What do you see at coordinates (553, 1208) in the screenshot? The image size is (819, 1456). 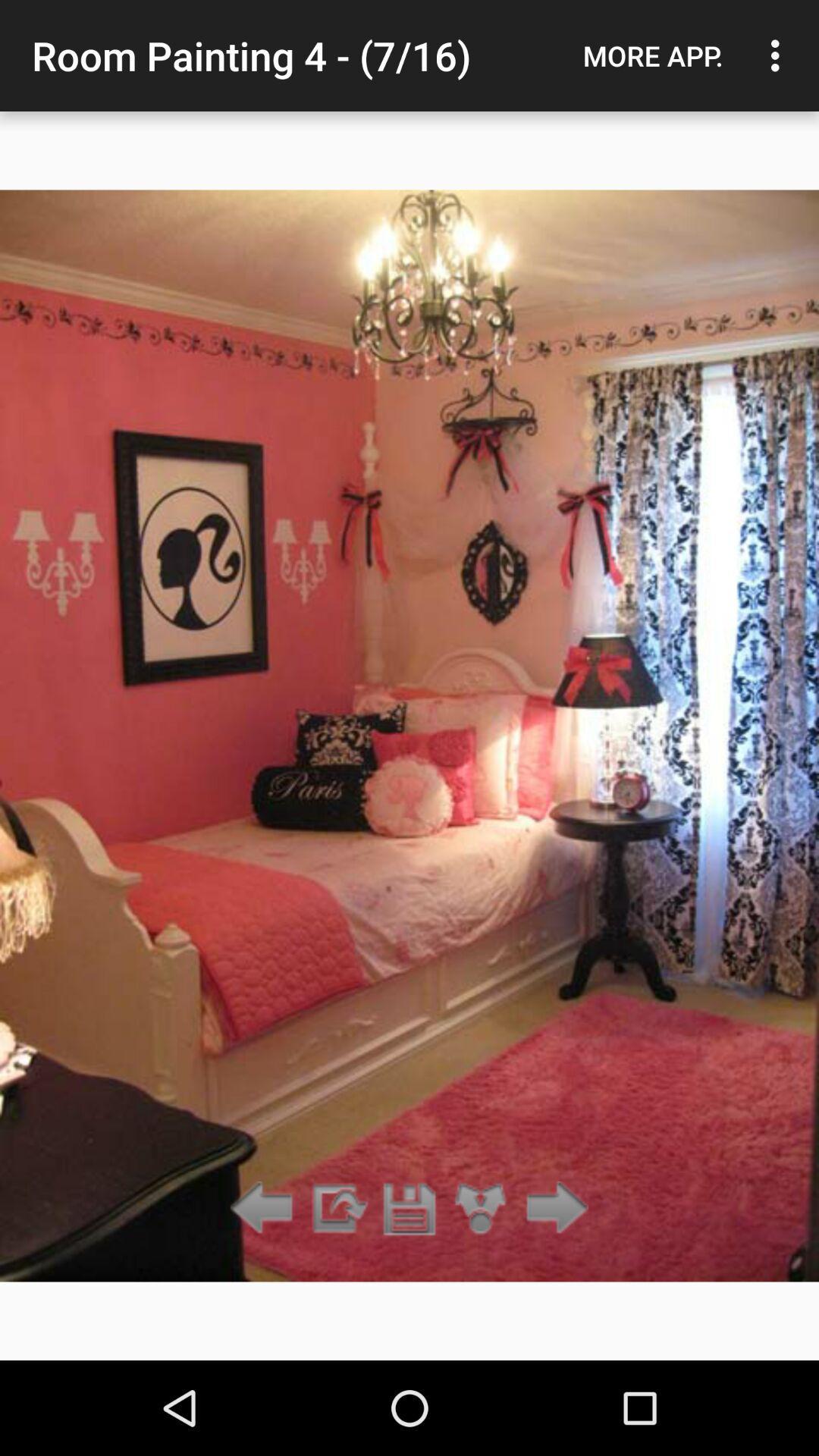 I see `next picture` at bounding box center [553, 1208].